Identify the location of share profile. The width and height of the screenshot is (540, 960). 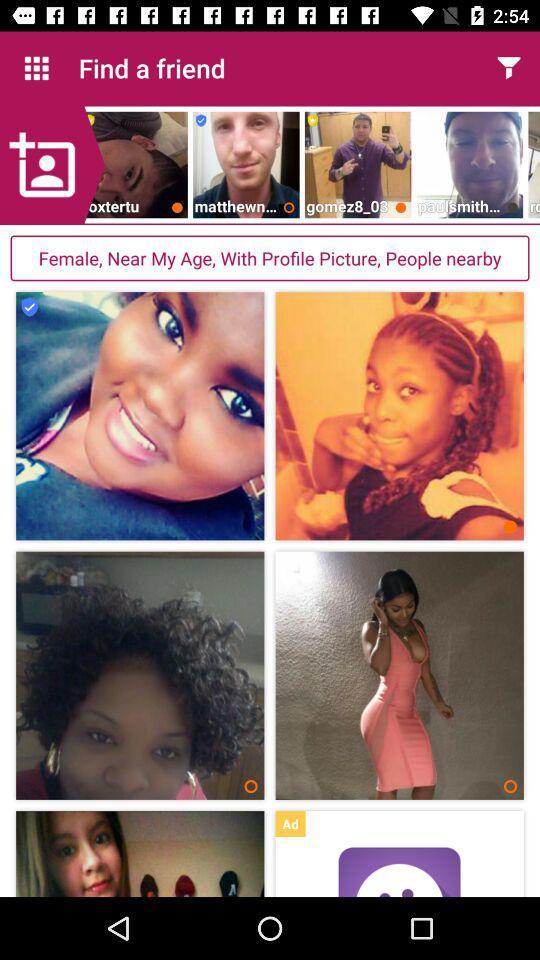
(508, 68).